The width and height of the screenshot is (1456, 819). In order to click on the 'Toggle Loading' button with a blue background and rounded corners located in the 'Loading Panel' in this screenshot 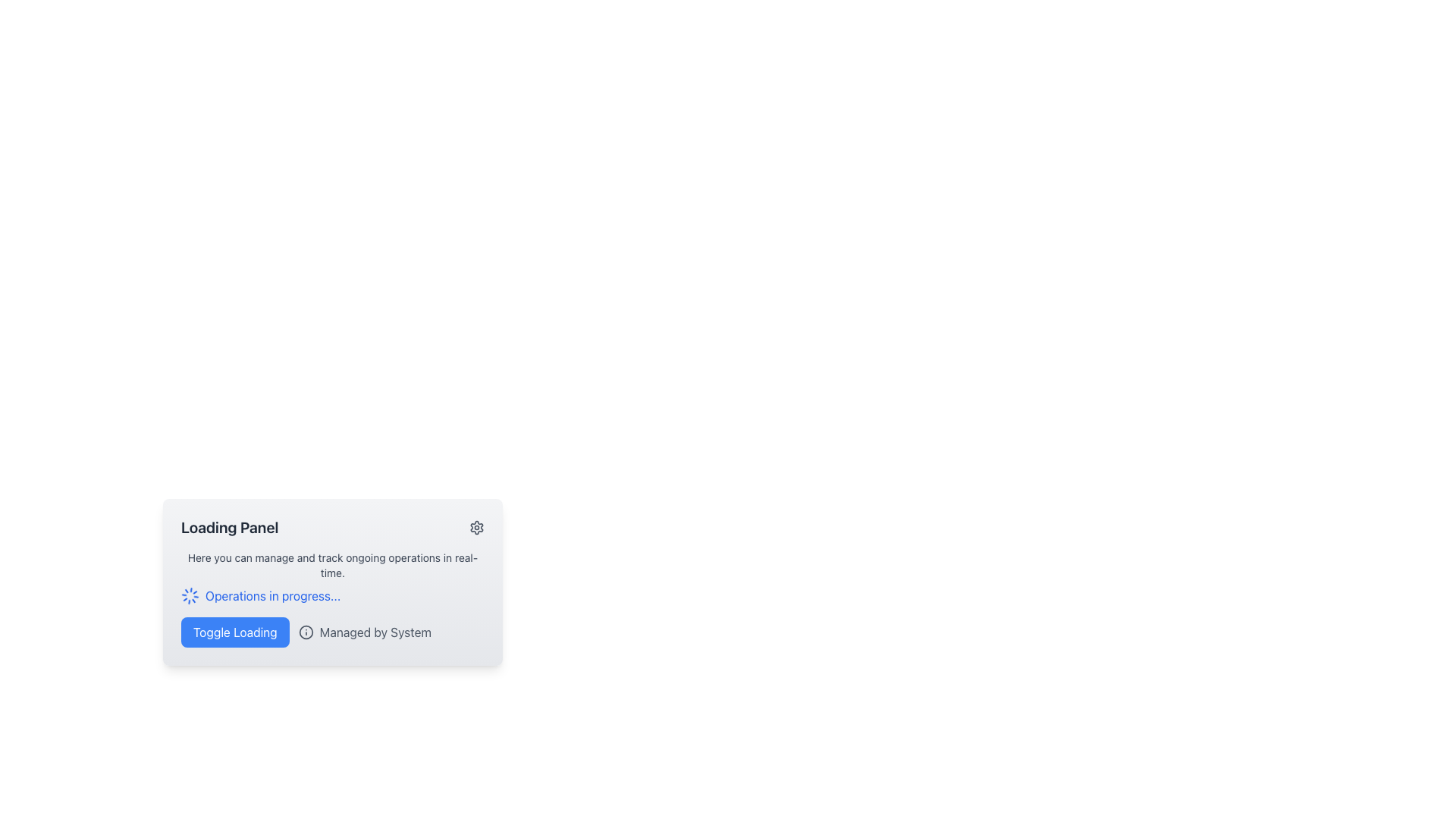, I will do `click(234, 632)`.